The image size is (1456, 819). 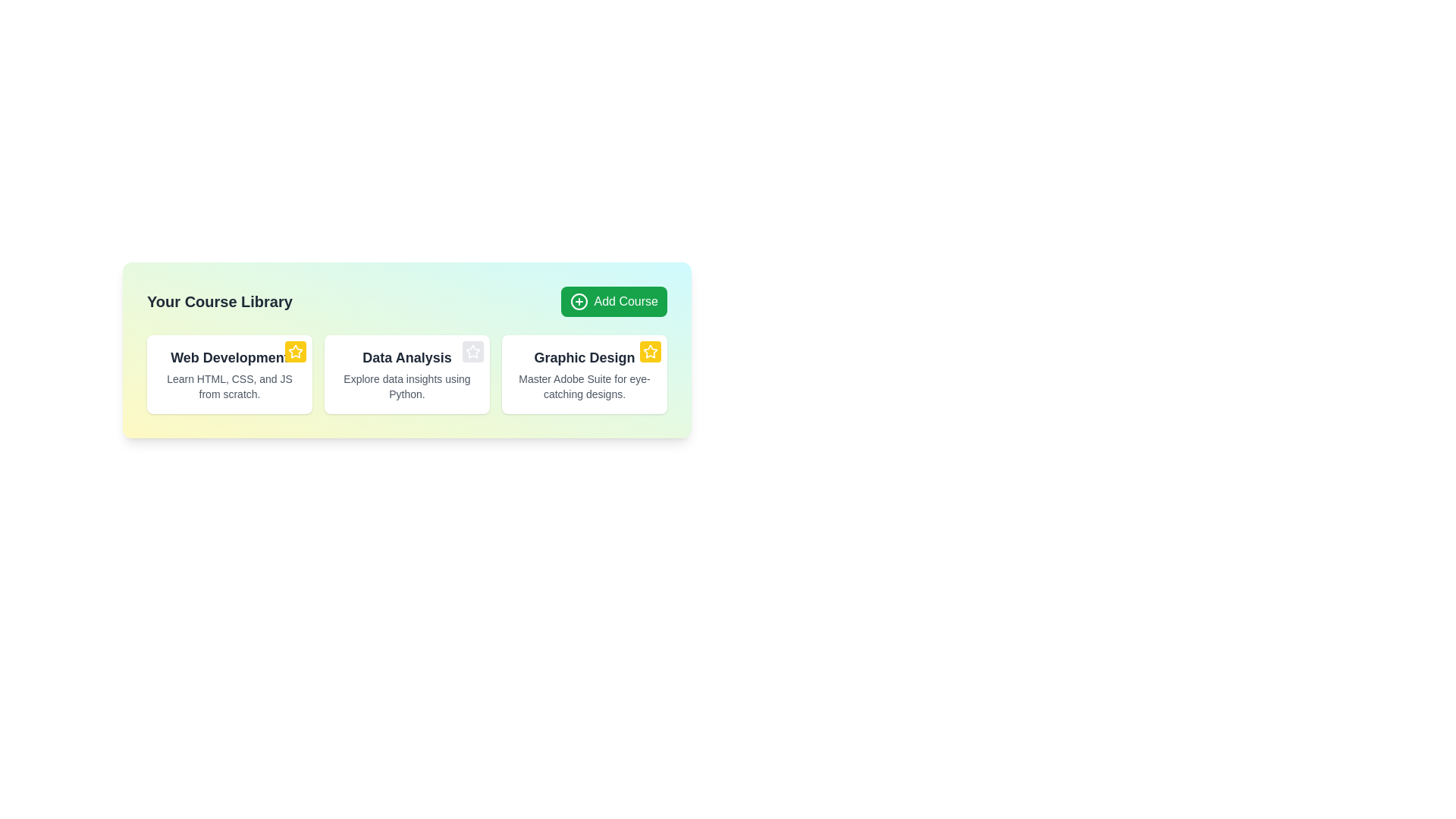 What do you see at coordinates (407, 374) in the screenshot?
I see `the informative card titled 'Data Analysis' with a star icon in the top-right corner, which is located in the center of the card group in 'Your Course Library'` at bounding box center [407, 374].